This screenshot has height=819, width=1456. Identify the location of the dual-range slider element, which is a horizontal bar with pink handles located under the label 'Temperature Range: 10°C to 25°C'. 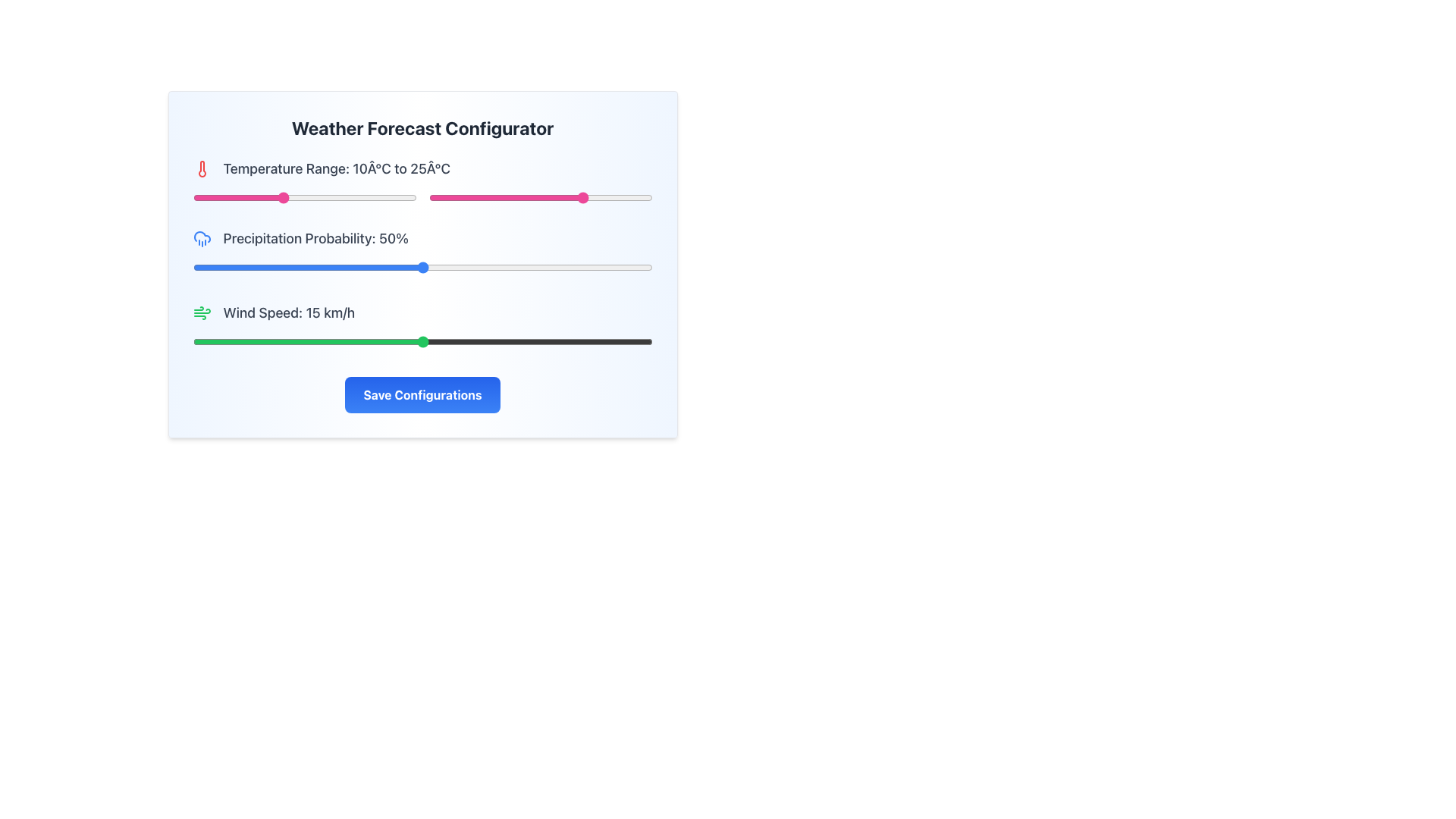
(422, 197).